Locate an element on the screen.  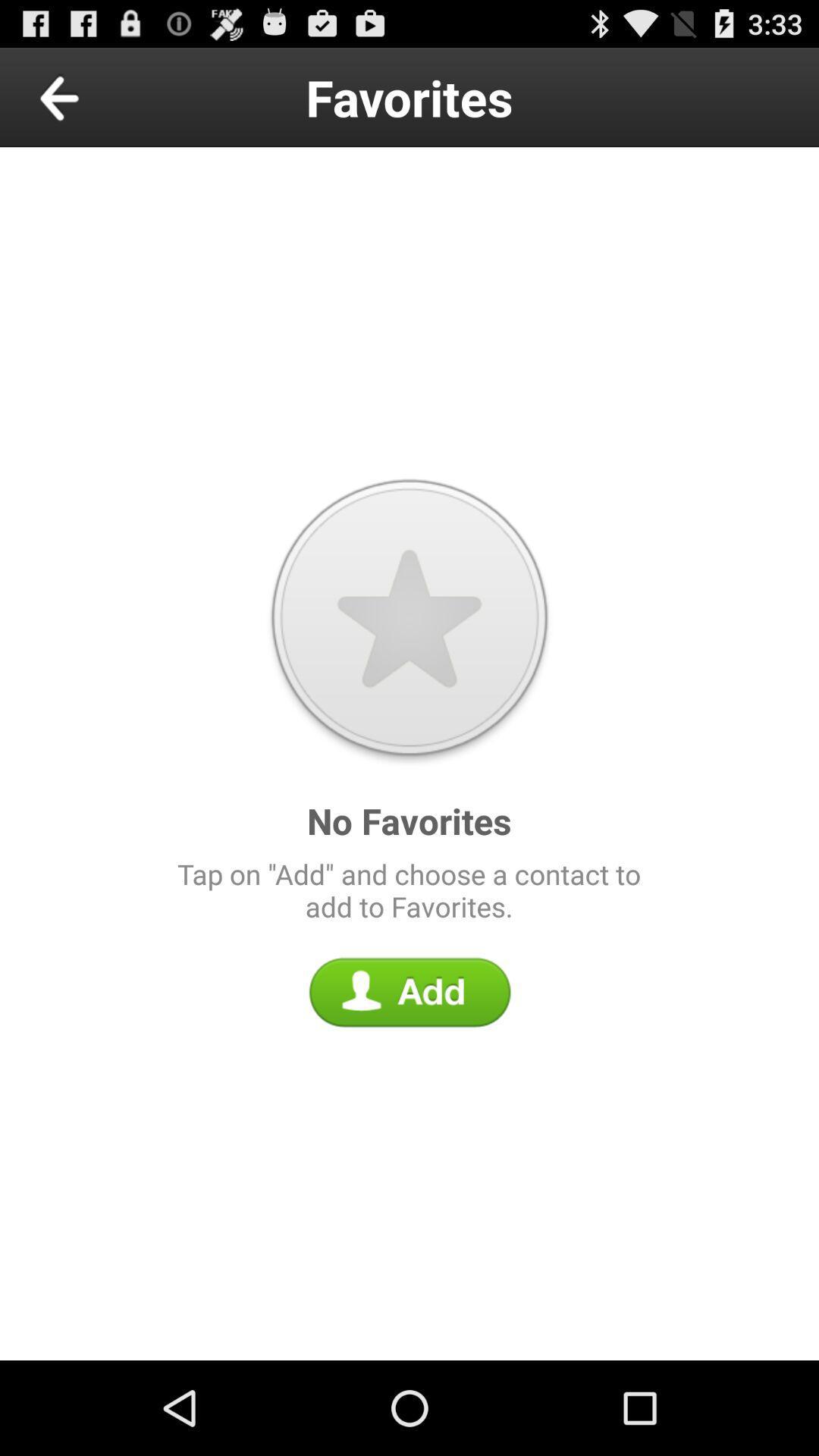
start process adding contact is located at coordinates (409, 992).